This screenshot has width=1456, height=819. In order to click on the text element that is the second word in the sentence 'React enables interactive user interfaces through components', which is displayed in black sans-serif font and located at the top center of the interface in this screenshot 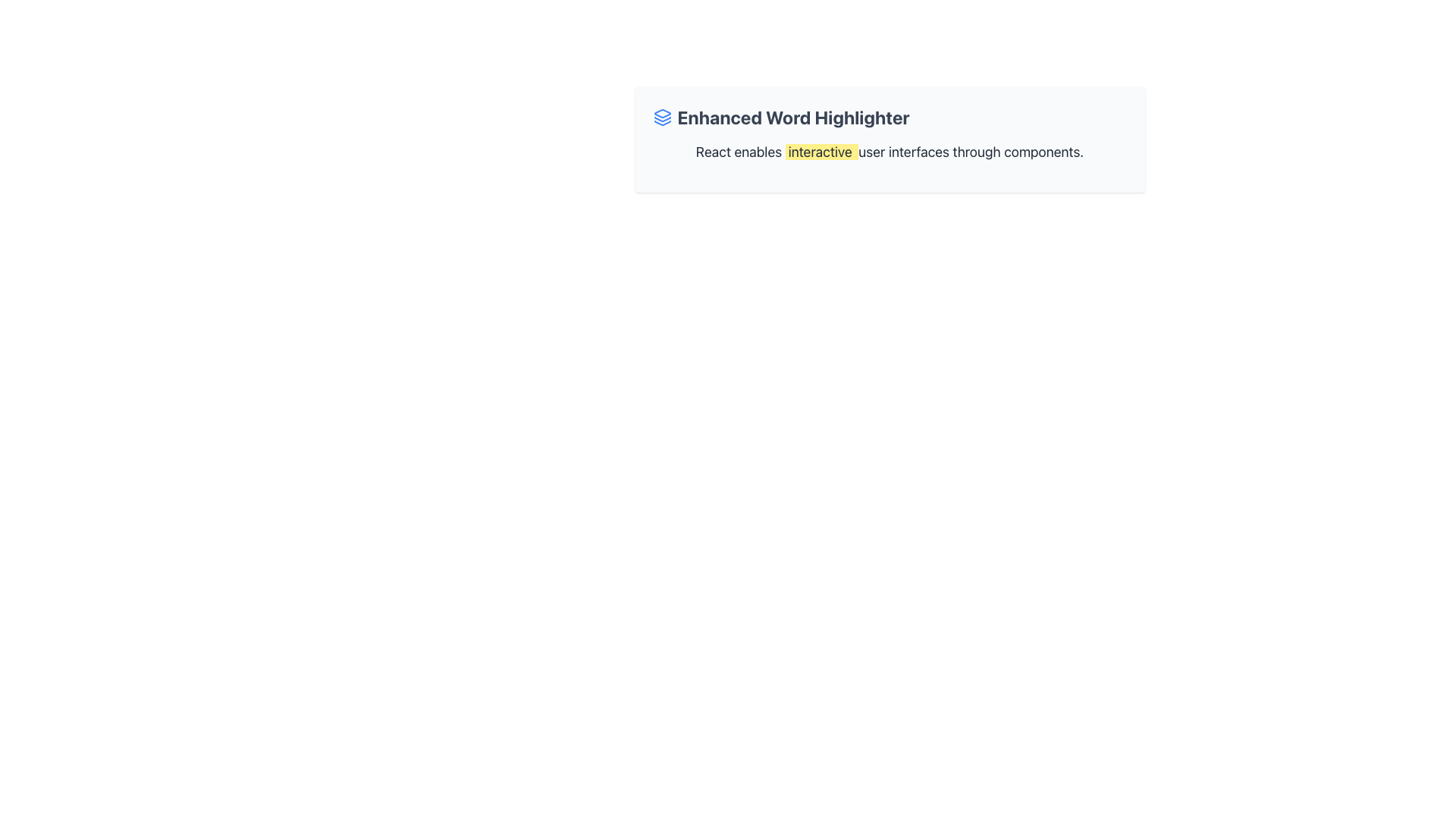, I will do `click(760, 152)`.